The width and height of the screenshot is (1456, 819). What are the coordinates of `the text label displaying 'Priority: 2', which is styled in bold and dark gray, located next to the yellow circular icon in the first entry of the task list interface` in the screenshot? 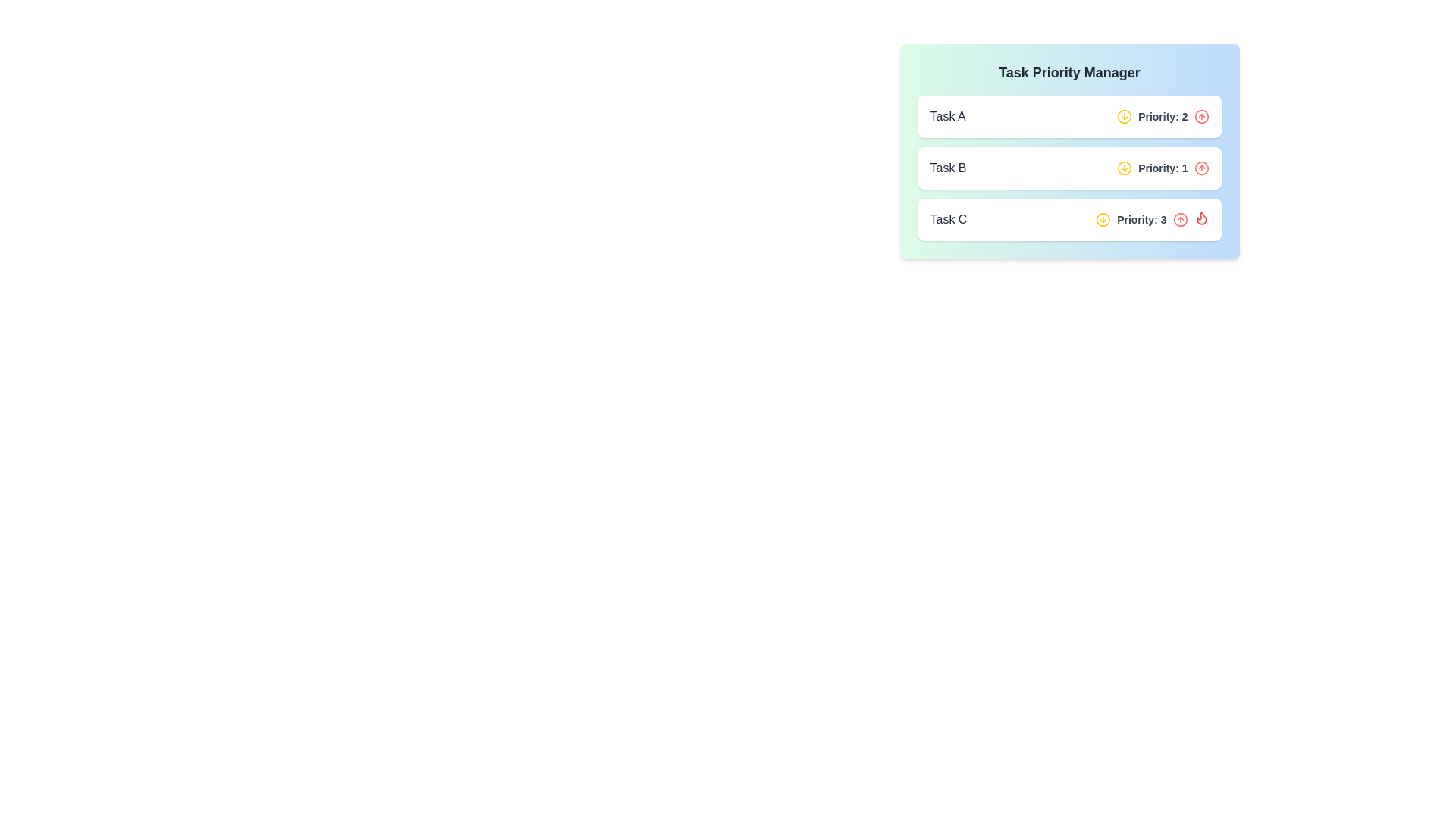 It's located at (1162, 116).